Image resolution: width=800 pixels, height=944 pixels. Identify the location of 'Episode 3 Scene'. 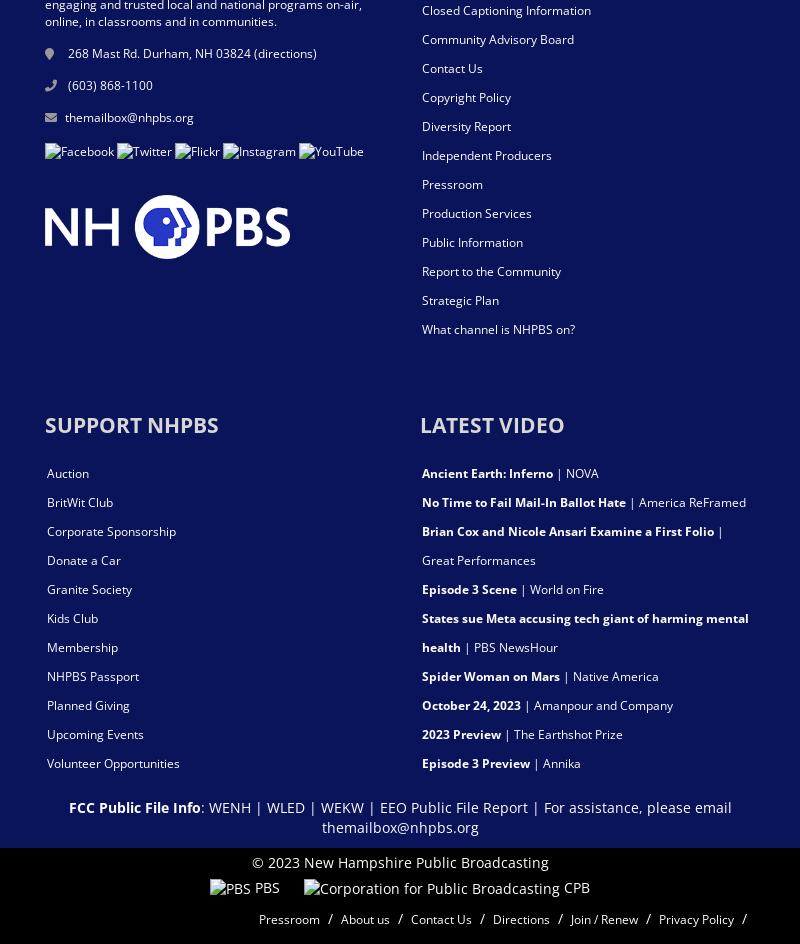
(469, 587).